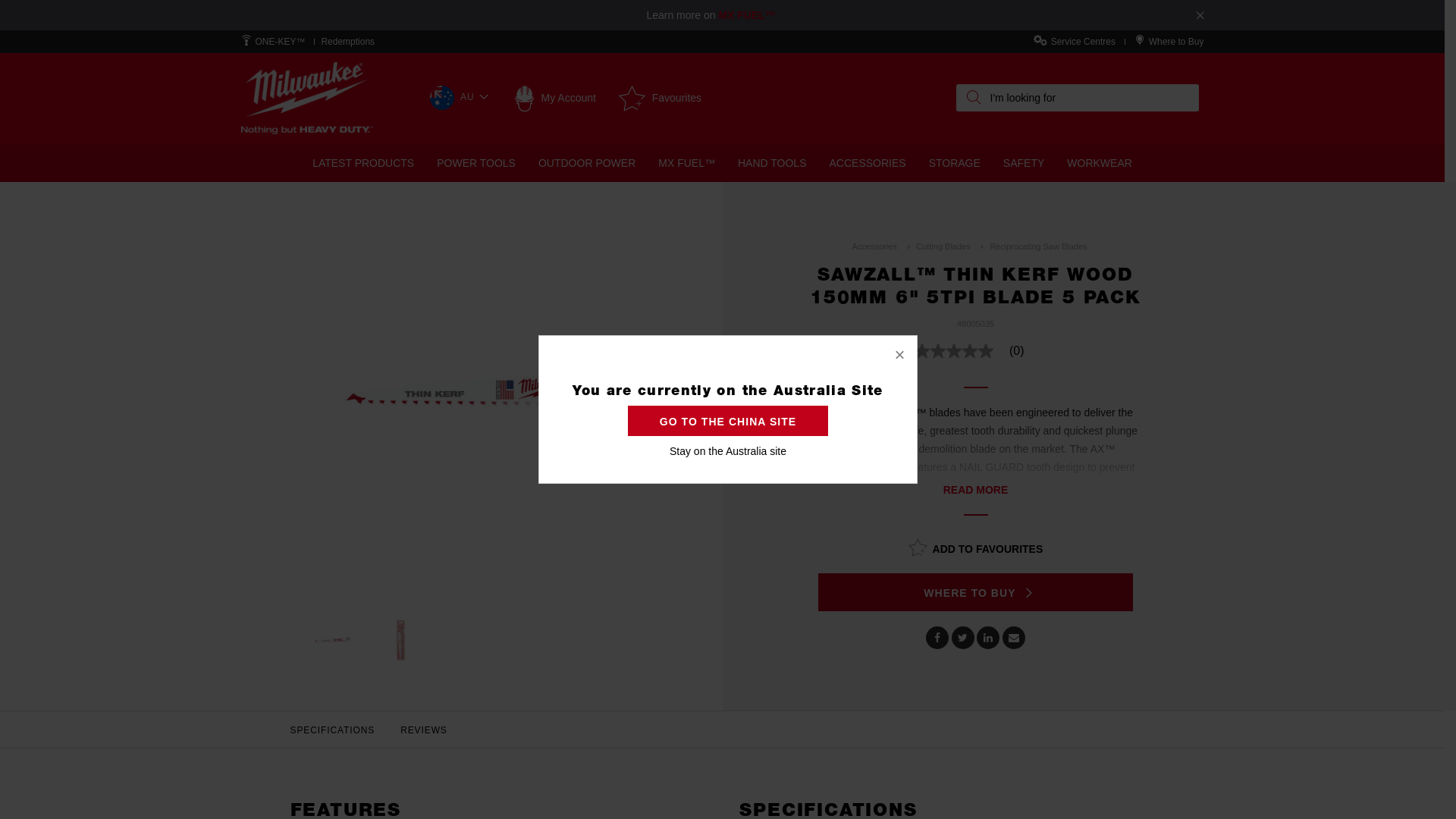  I want to click on 'SPECIFICATIONS', so click(331, 730).